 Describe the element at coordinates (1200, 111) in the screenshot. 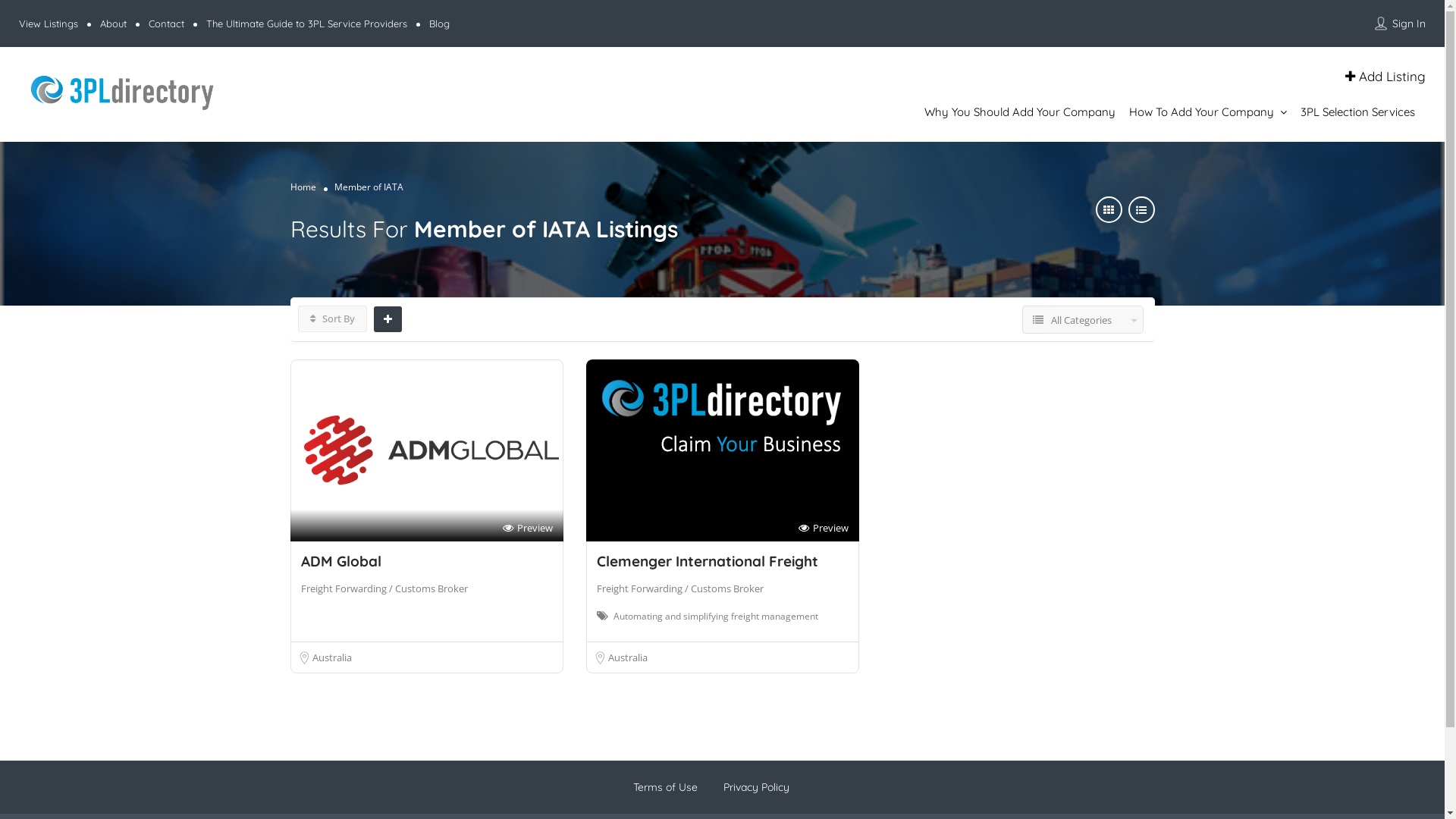

I see `'How To Add Your Company'` at that location.